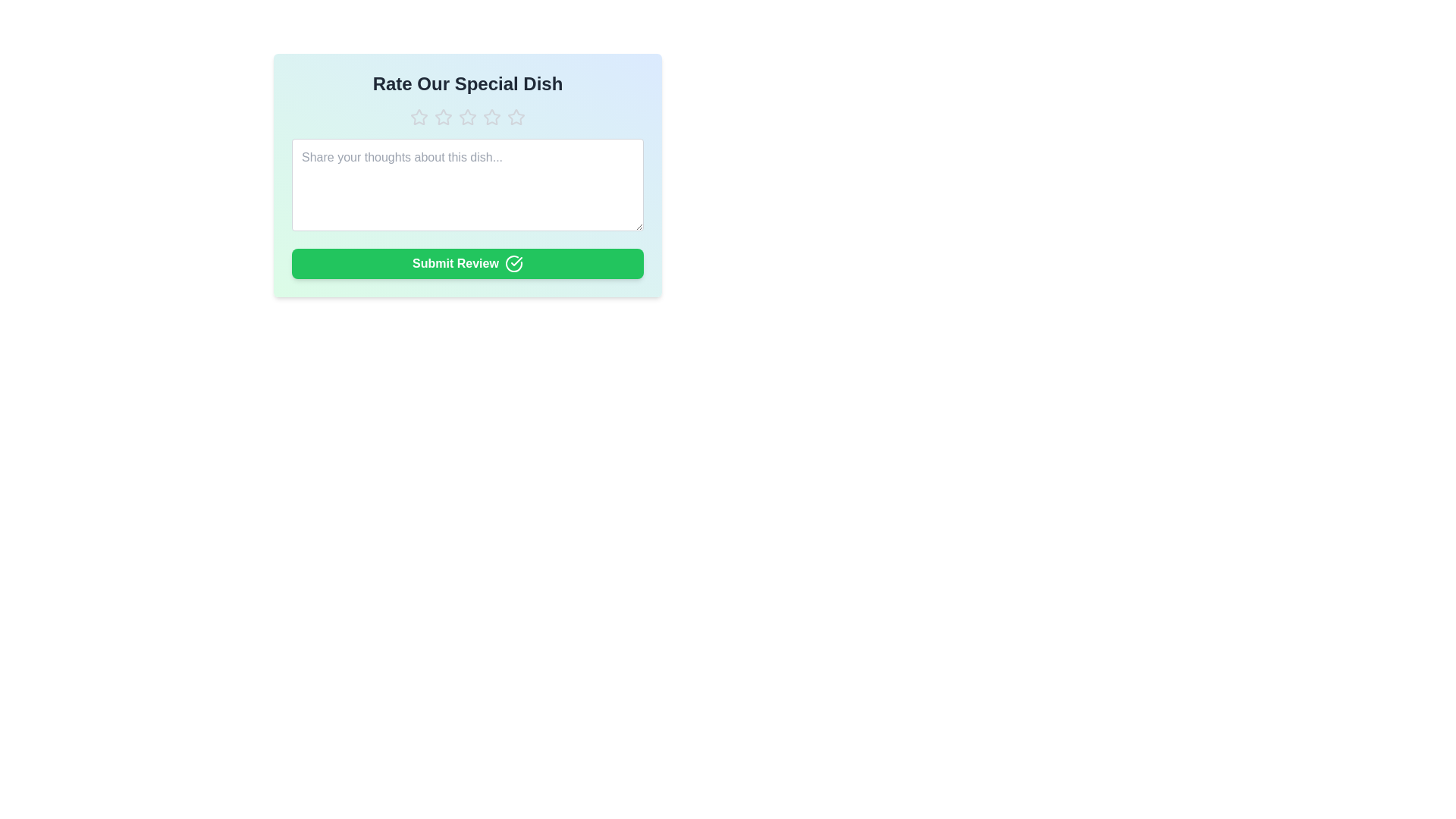  I want to click on the dish rating to 2 stars by clicking on the corresponding star, so click(443, 116).